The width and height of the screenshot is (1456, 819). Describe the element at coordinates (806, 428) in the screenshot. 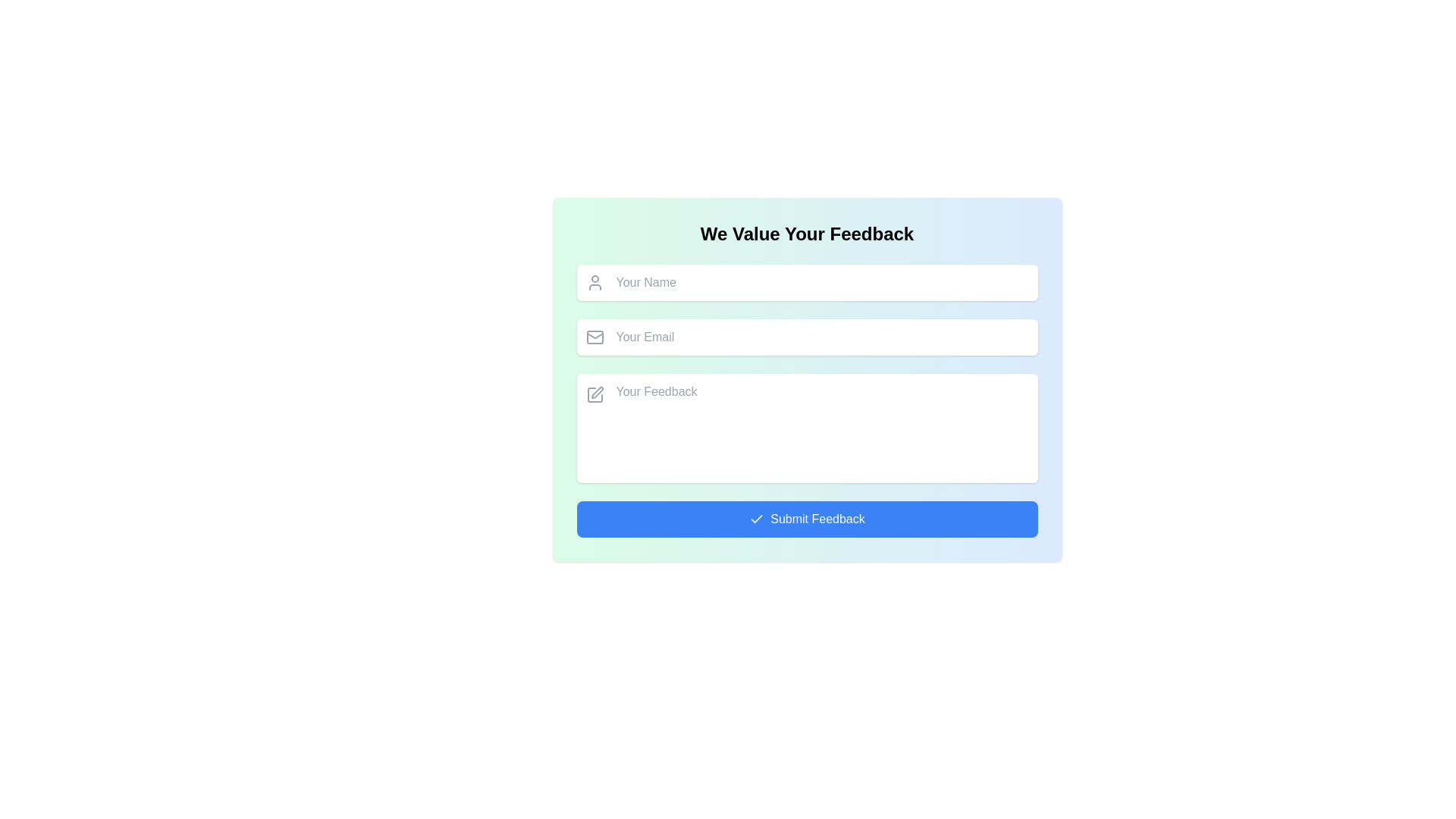

I see `the white input box for entering textual feedback, which has a placeholder 'Your Feedback' and is positioned below the 'Your Email' input box` at that location.